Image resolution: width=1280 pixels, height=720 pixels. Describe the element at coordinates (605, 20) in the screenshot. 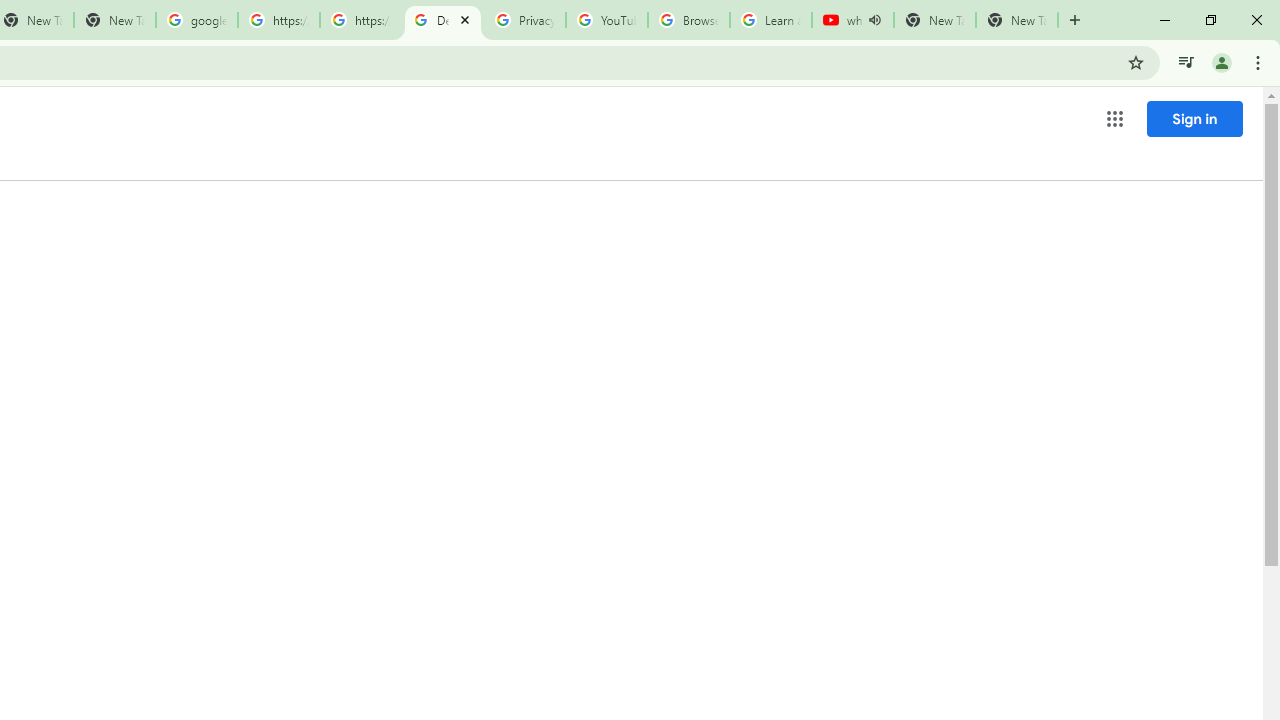

I see `'YouTube'` at that location.